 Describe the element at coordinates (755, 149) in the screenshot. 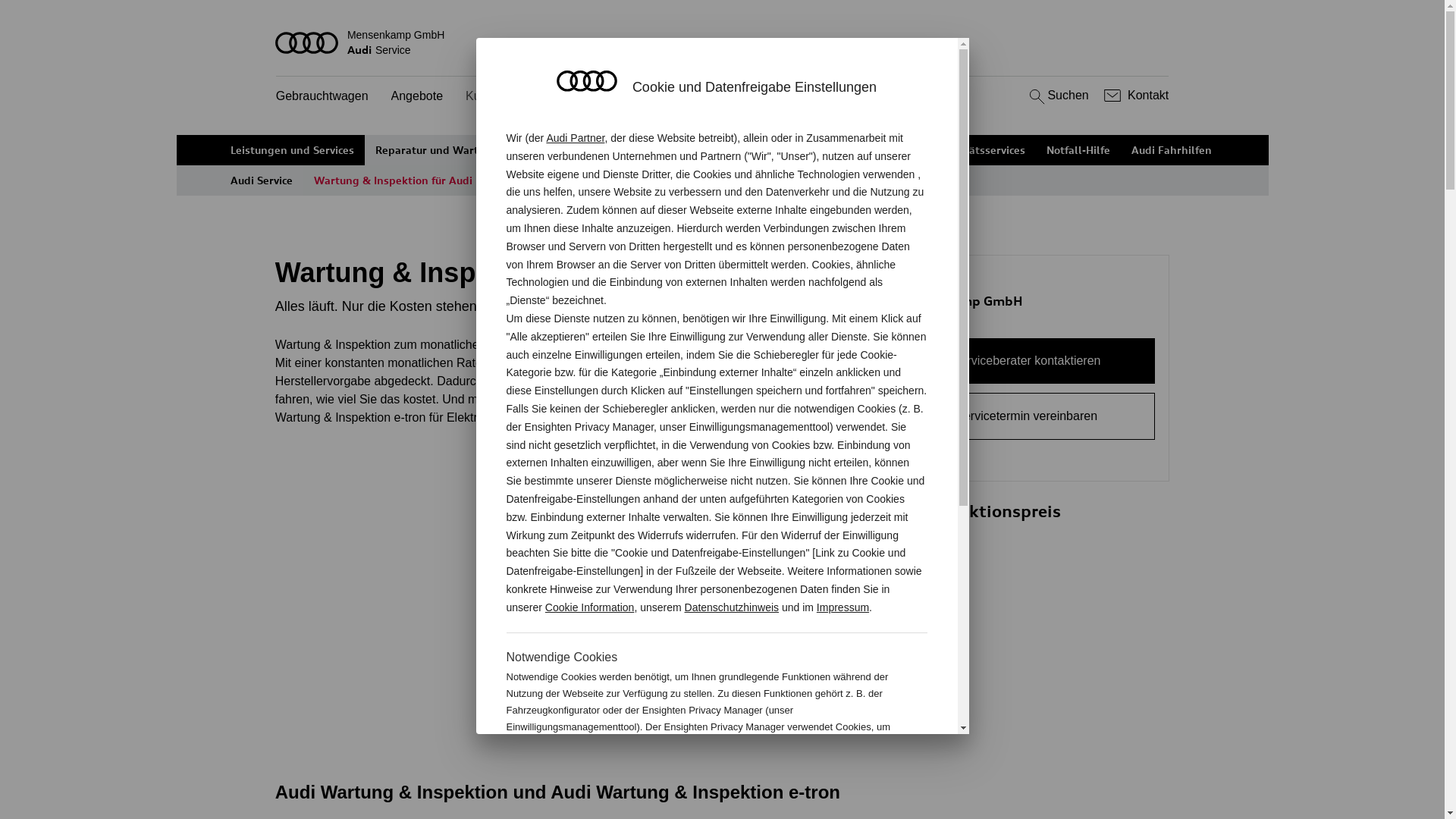

I see `'Versicherungen'` at that location.